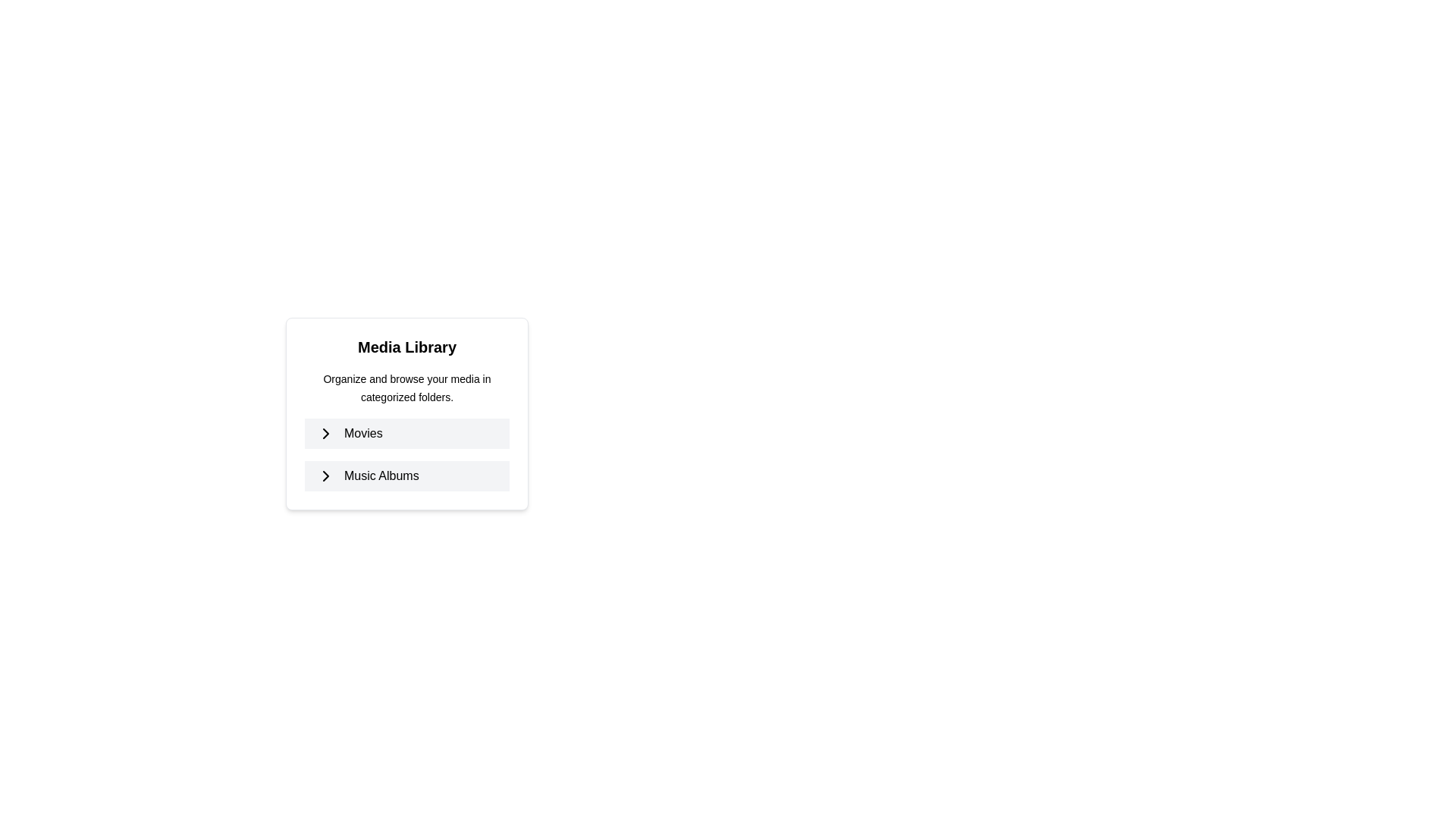  What do you see at coordinates (407, 475) in the screenshot?
I see `the Expandable Section Header for 'Music Albums'` at bounding box center [407, 475].